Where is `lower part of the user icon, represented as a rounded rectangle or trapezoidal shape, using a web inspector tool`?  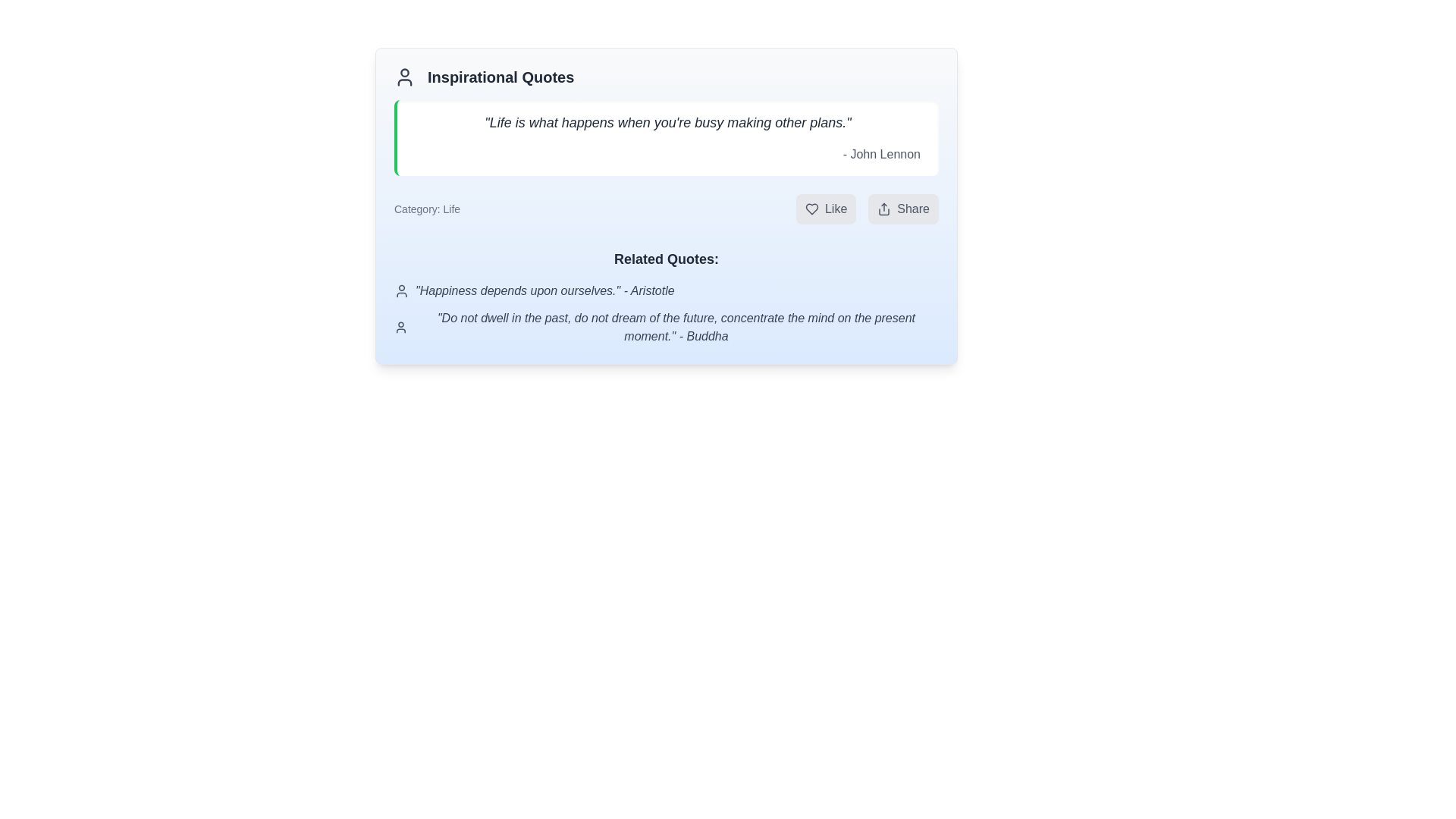
lower part of the user icon, represented as a rounded rectangle or trapezoidal shape, using a web inspector tool is located at coordinates (404, 82).